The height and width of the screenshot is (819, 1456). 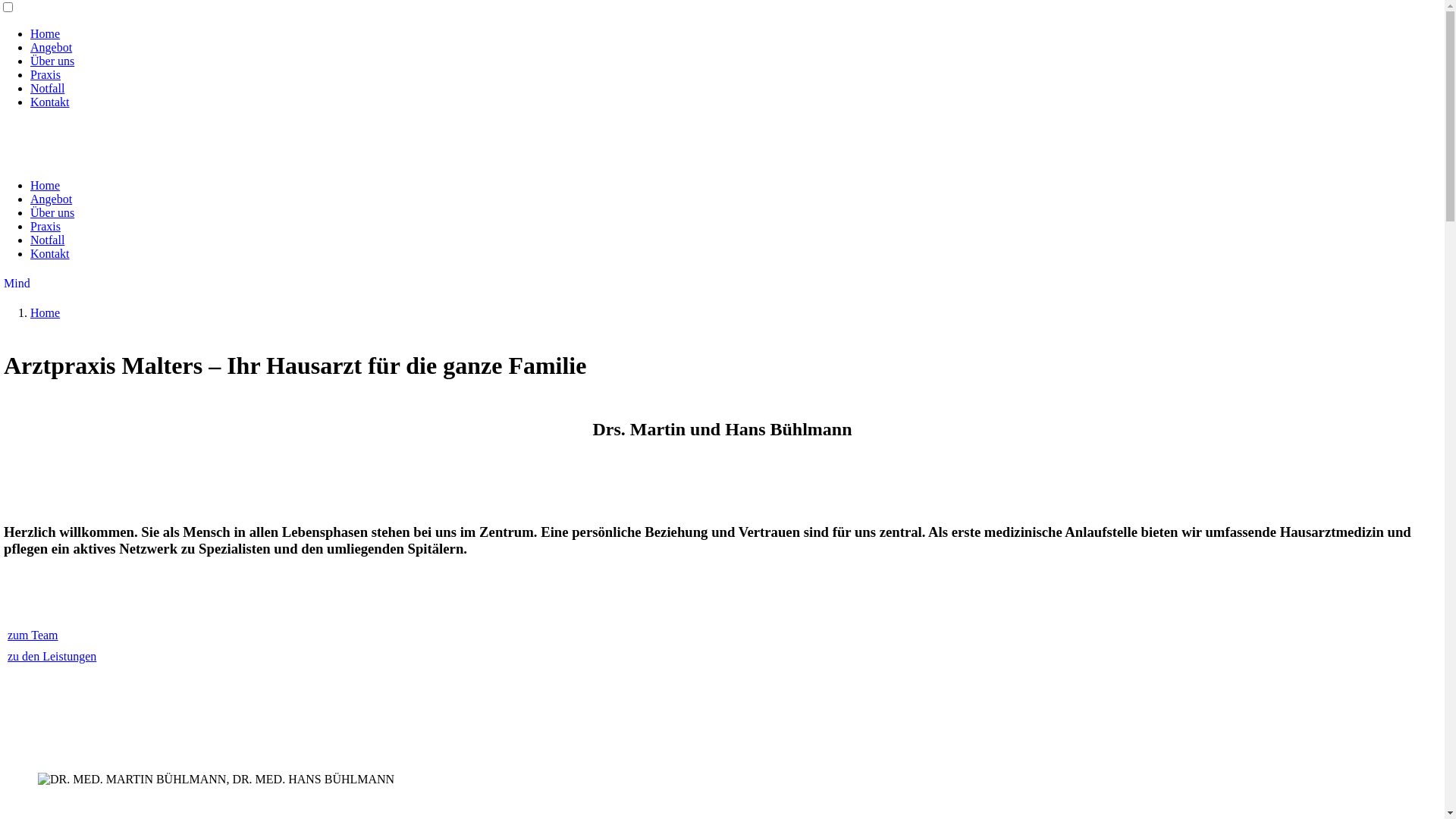 I want to click on 'Praxis', so click(x=45, y=74).